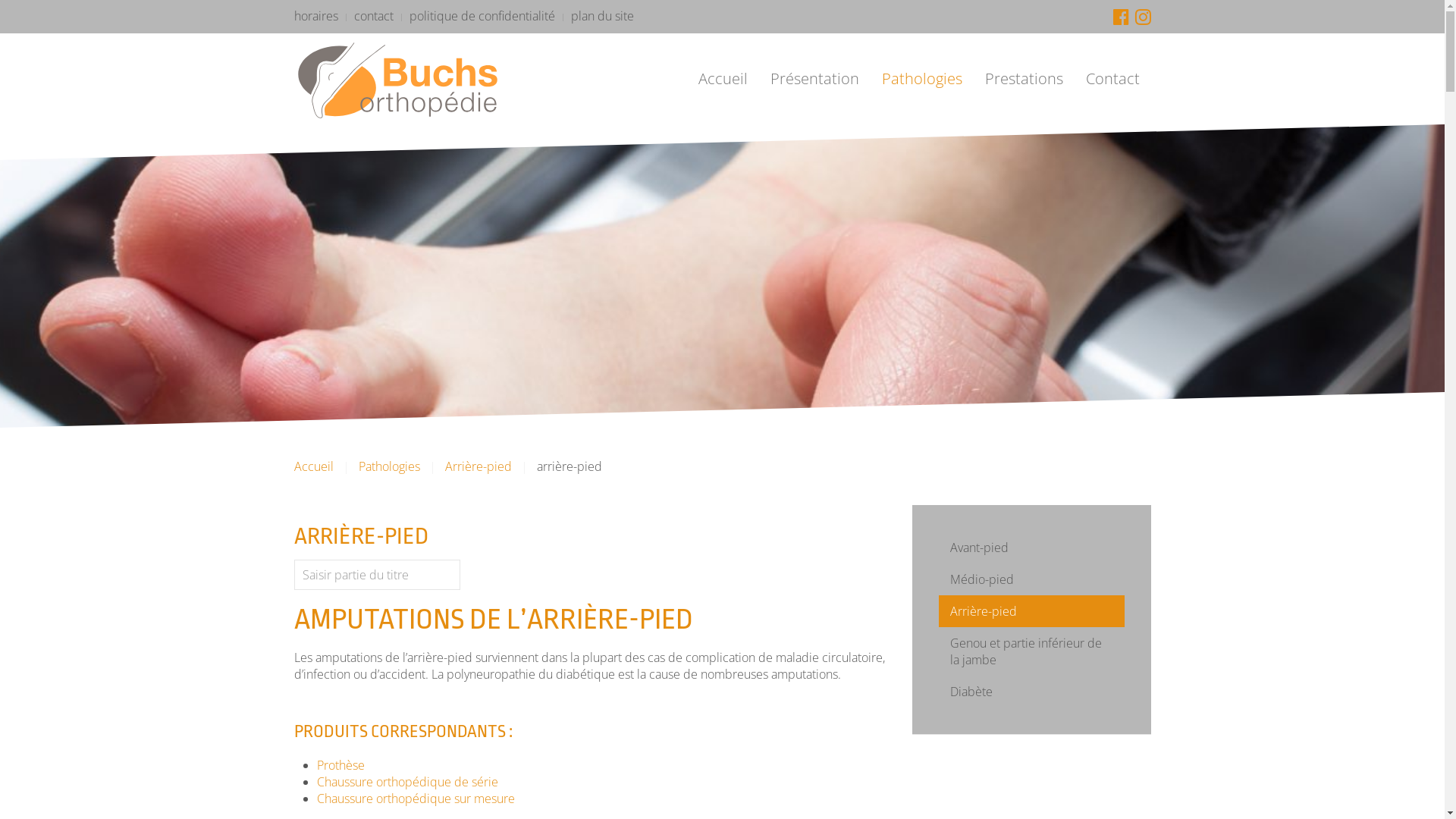 The image size is (1456, 819). Describe the element at coordinates (388, 465) in the screenshot. I see `'Pathologies'` at that location.